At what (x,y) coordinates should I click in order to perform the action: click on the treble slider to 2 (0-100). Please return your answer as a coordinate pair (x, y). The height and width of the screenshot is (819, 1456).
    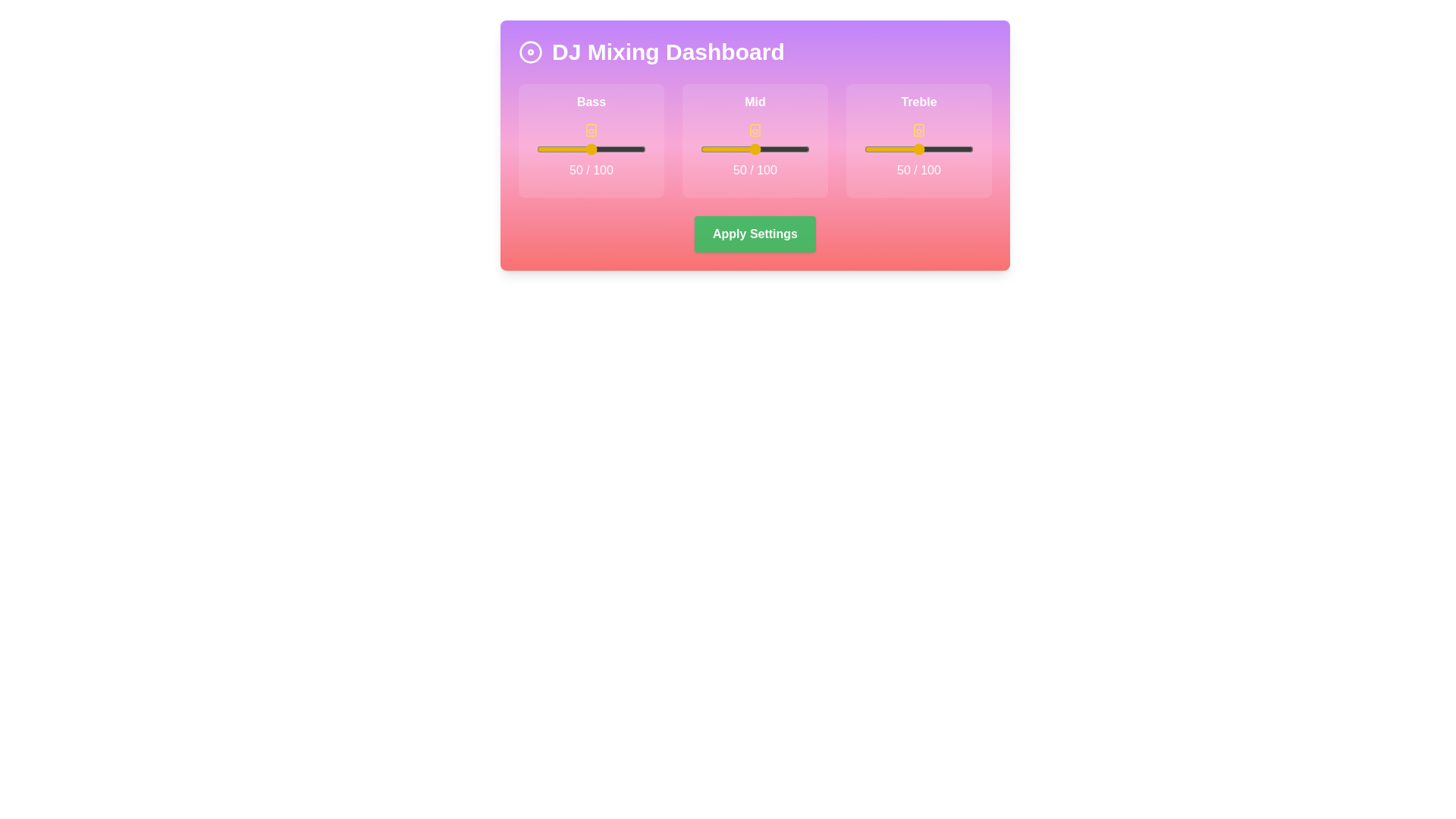
    Looking at the image, I should click on (866, 149).